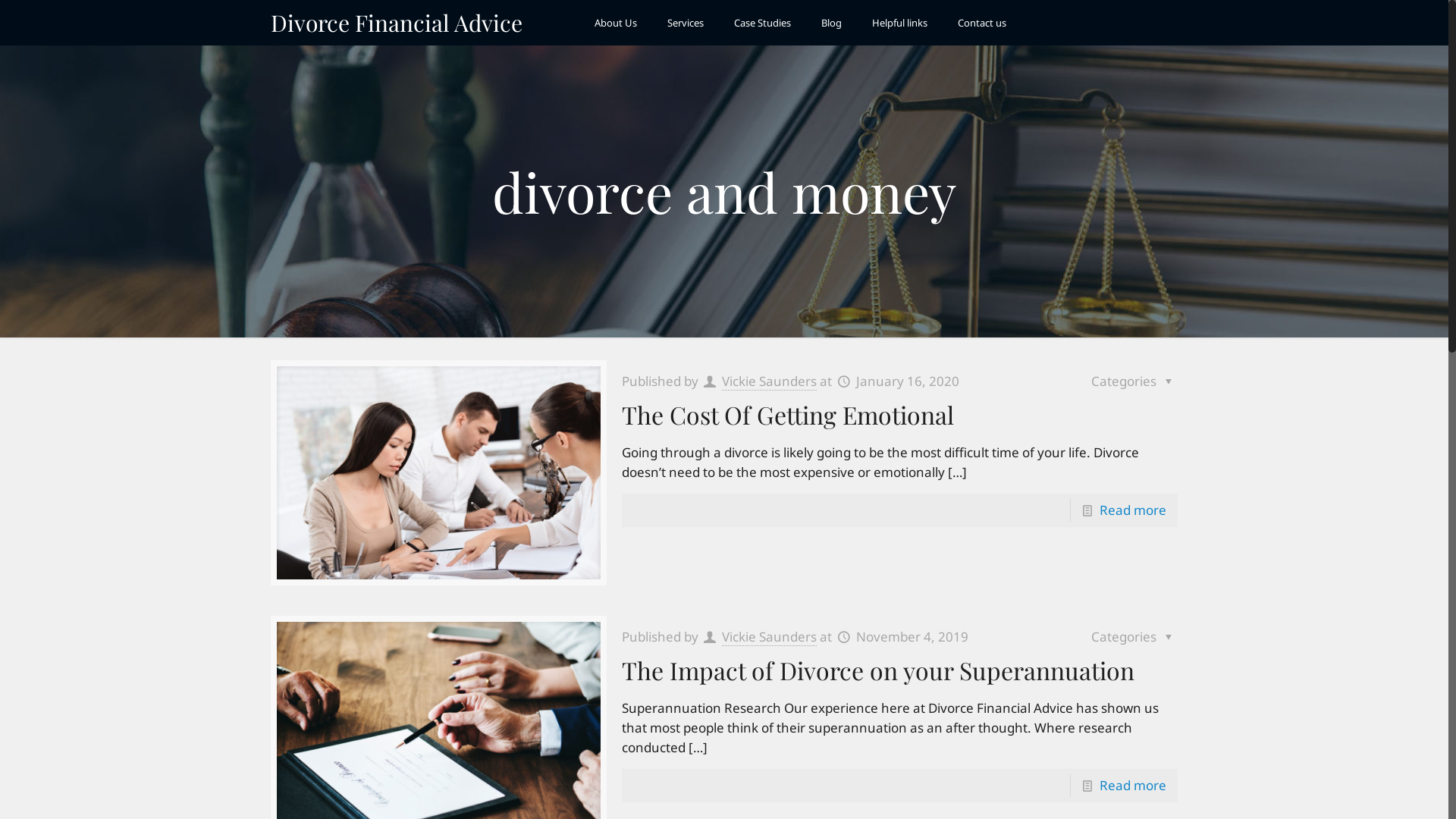 The image size is (1456, 819). What do you see at coordinates (397, 23) in the screenshot?
I see `'Divorce Financial Advice'` at bounding box center [397, 23].